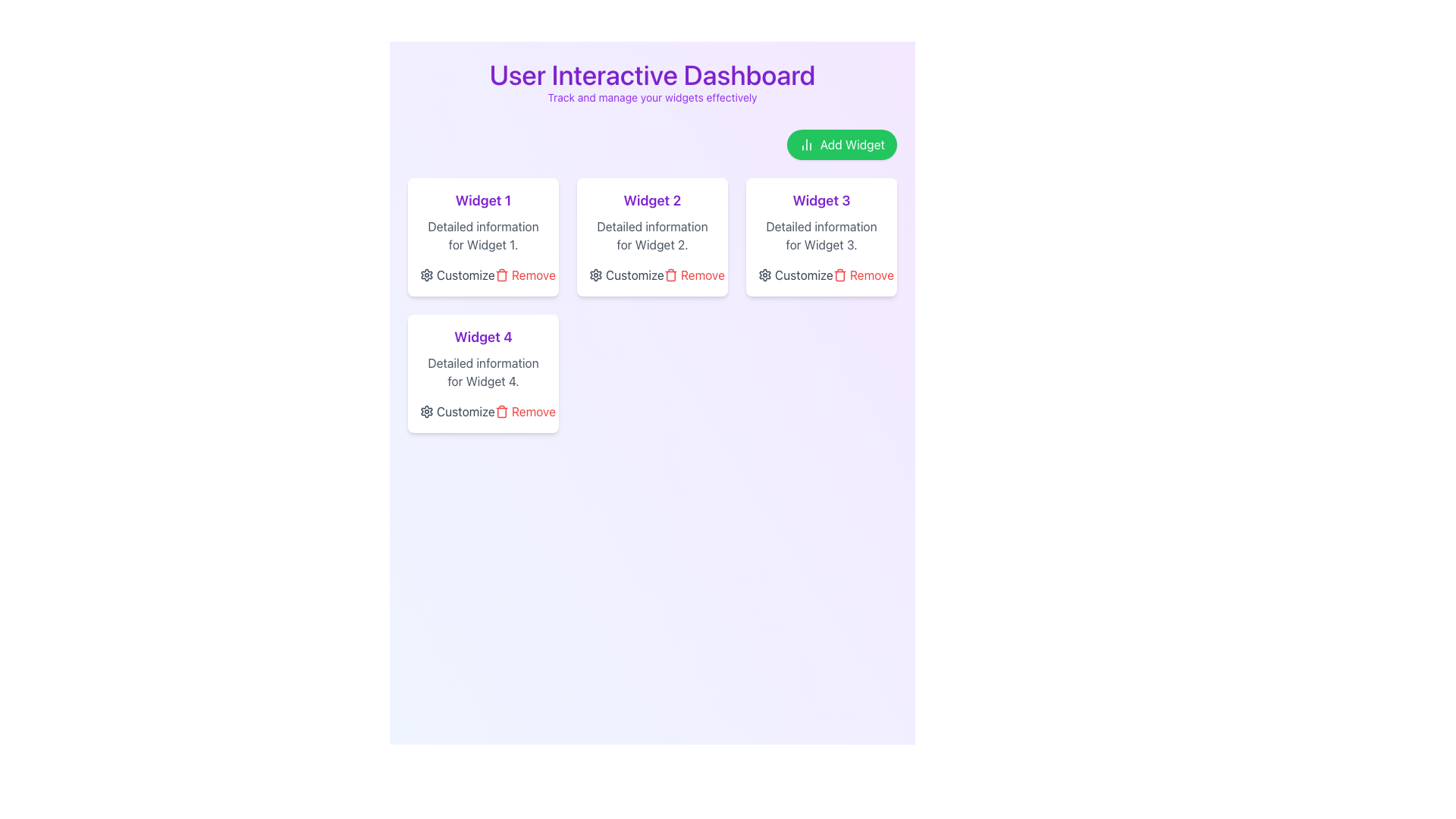  What do you see at coordinates (670, 275) in the screenshot?
I see `the 'Remove' icon, which is the first subcomponent of the 'Remove' button located to the right of the 'Customize' option in the second card of the widget grid` at bounding box center [670, 275].